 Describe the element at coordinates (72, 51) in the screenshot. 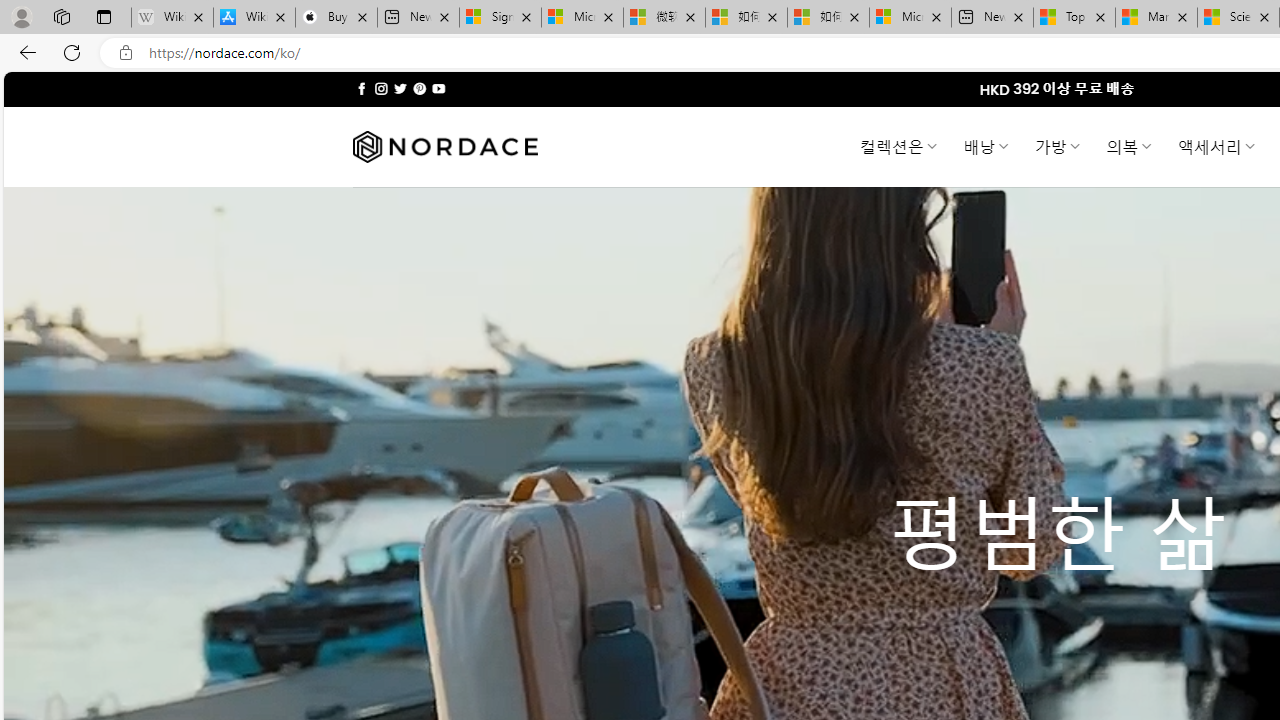

I see `'Refresh'` at that location.